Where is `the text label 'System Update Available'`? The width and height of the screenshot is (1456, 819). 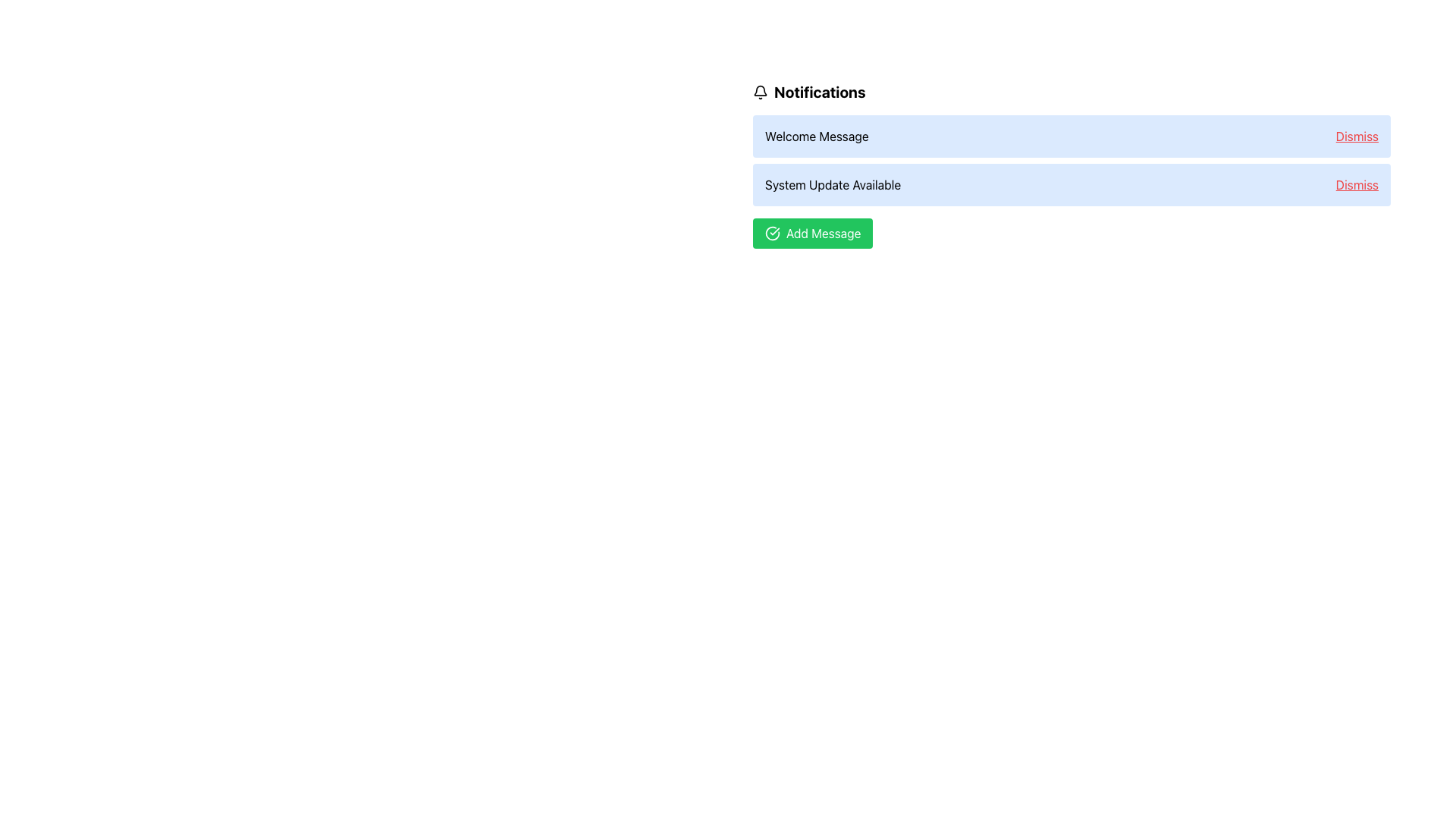
the text label 'System Update Available' is located at coordinates (832, 184).